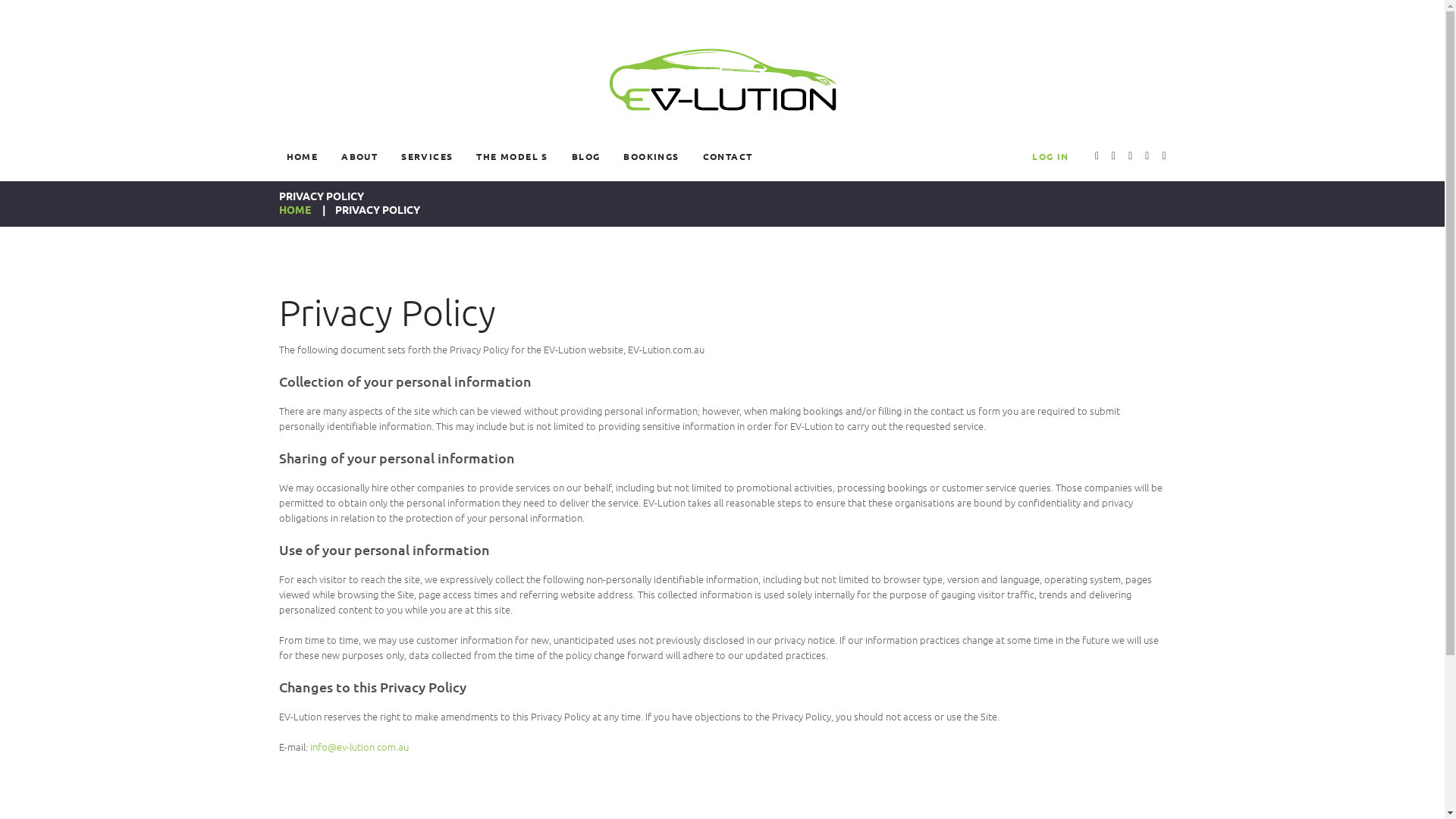 Image resolution: width=1456 pixels, height=819 pixels. I want to click on 'LOG IN', so click(1050, 155).